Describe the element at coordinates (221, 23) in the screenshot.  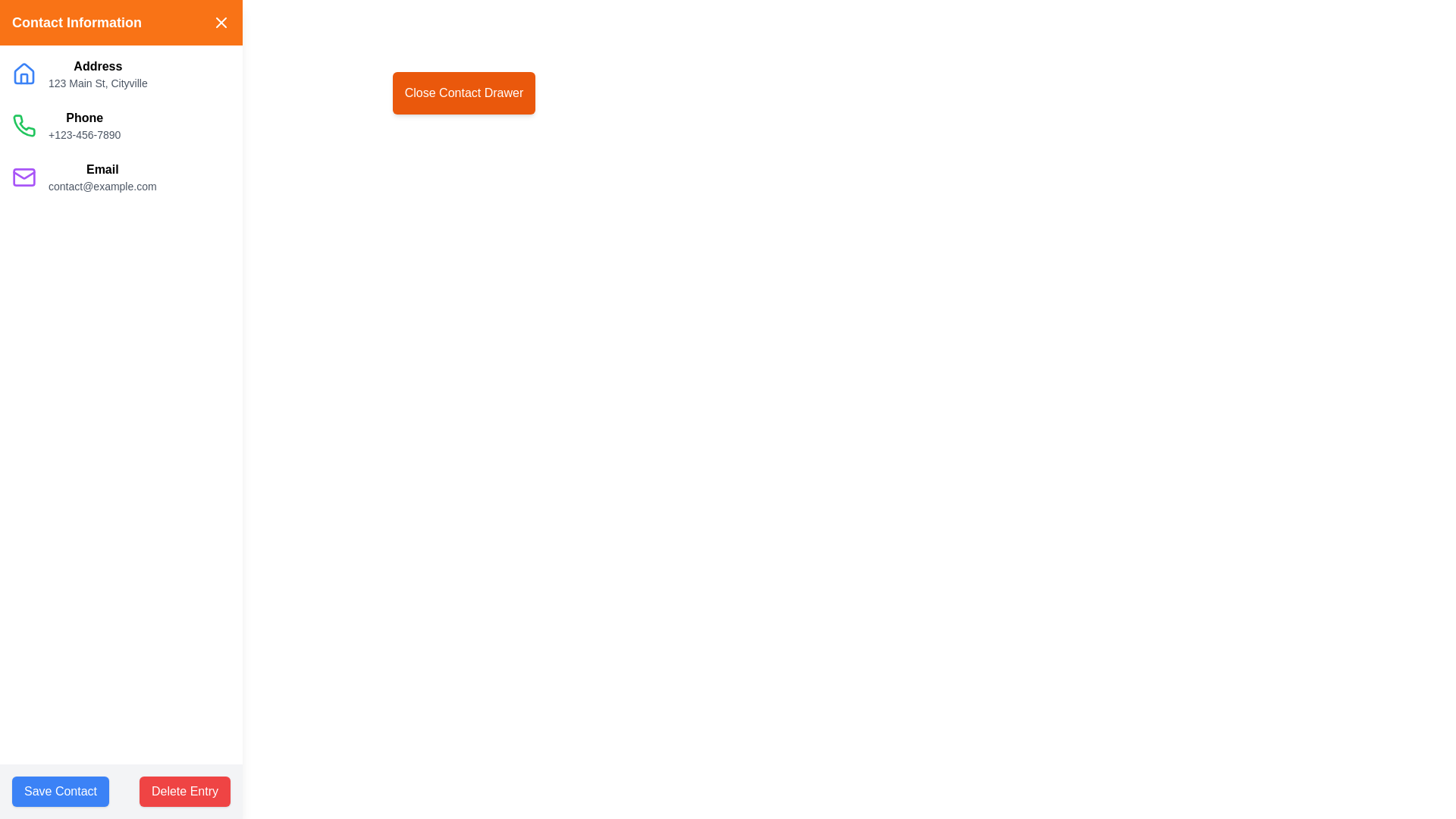
I see `the 'X' icon located at the top-right corner of the orange 'Contact Information' section` at that location.